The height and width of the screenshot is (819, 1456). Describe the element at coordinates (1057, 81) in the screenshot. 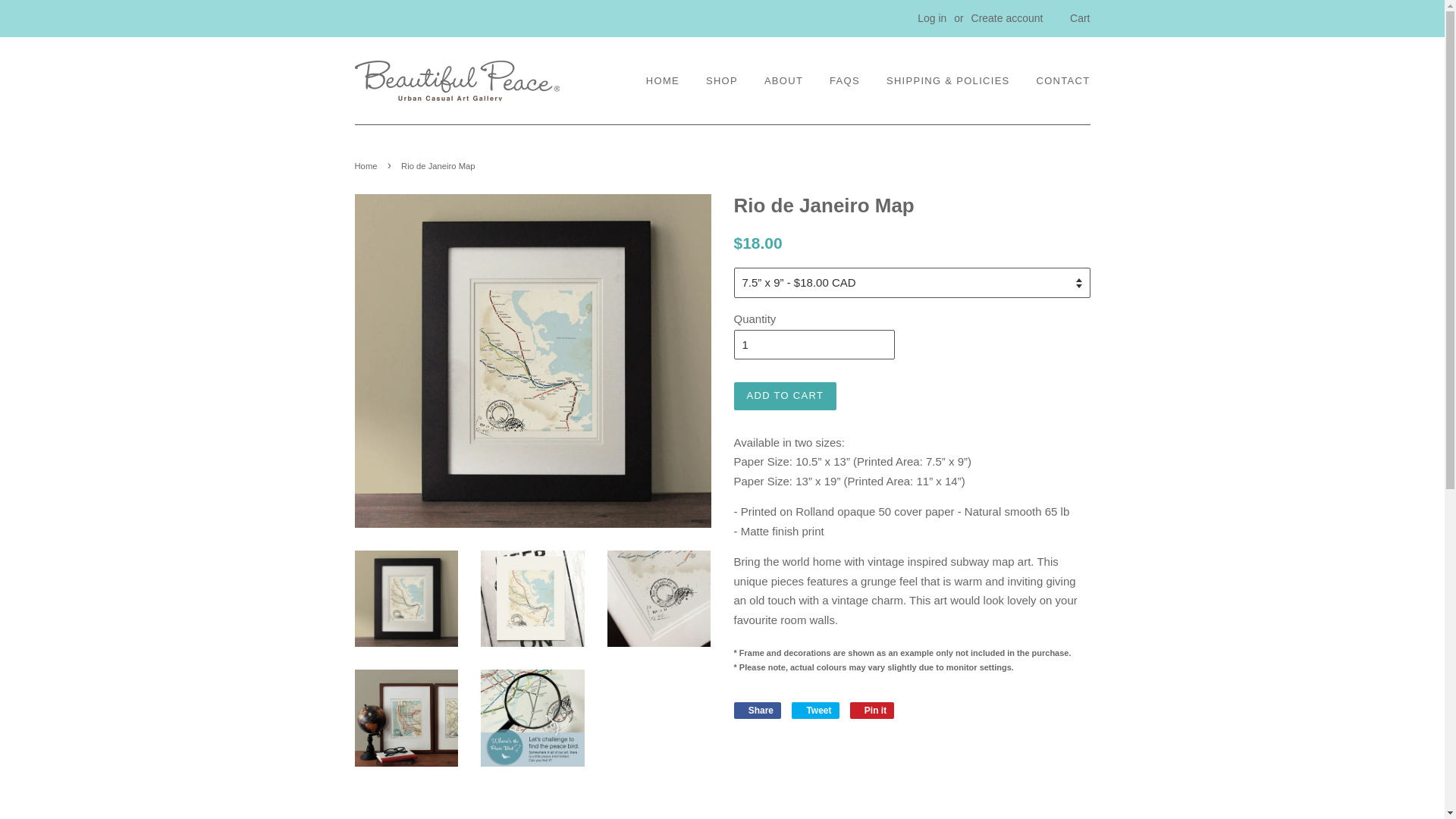

I see `'CONTACT'` at that location.